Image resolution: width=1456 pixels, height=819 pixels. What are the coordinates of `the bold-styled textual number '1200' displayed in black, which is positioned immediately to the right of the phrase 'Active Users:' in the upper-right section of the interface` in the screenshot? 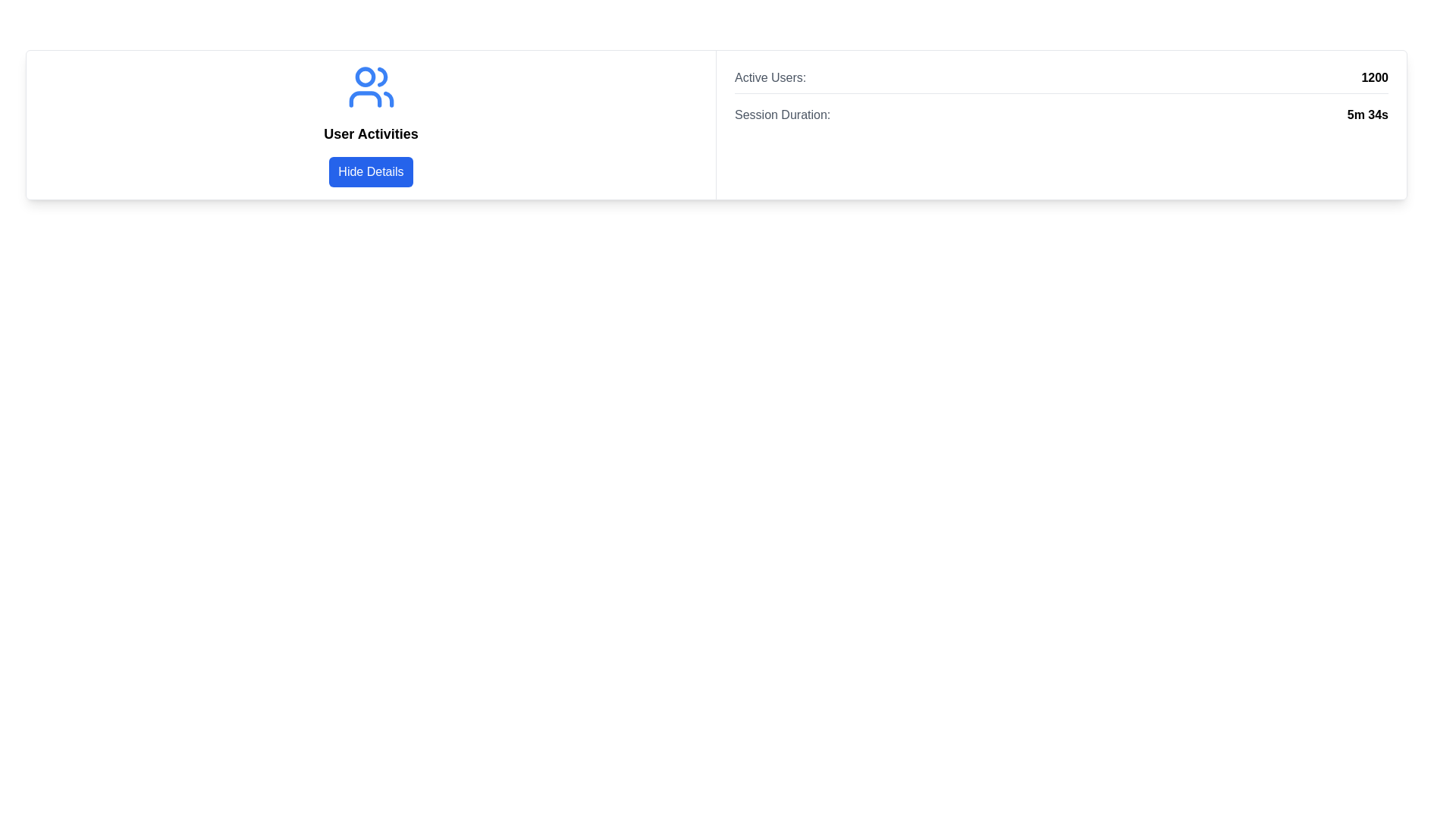 It's located at (1375, 78).